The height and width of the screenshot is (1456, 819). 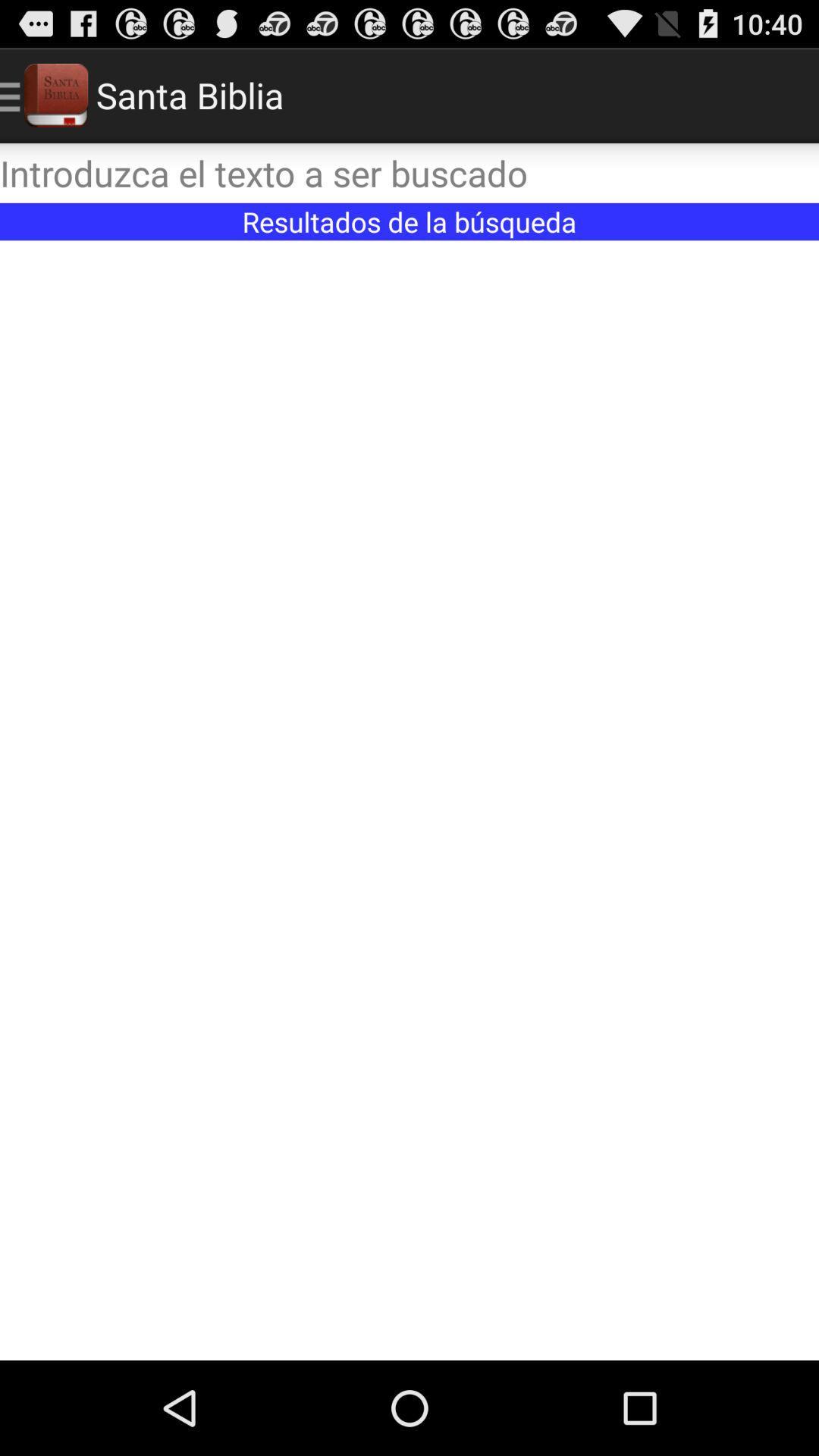 What do you see at coordinates (409, 799) in the screenshot?
I see `research results` at bounding box center [409, 799].